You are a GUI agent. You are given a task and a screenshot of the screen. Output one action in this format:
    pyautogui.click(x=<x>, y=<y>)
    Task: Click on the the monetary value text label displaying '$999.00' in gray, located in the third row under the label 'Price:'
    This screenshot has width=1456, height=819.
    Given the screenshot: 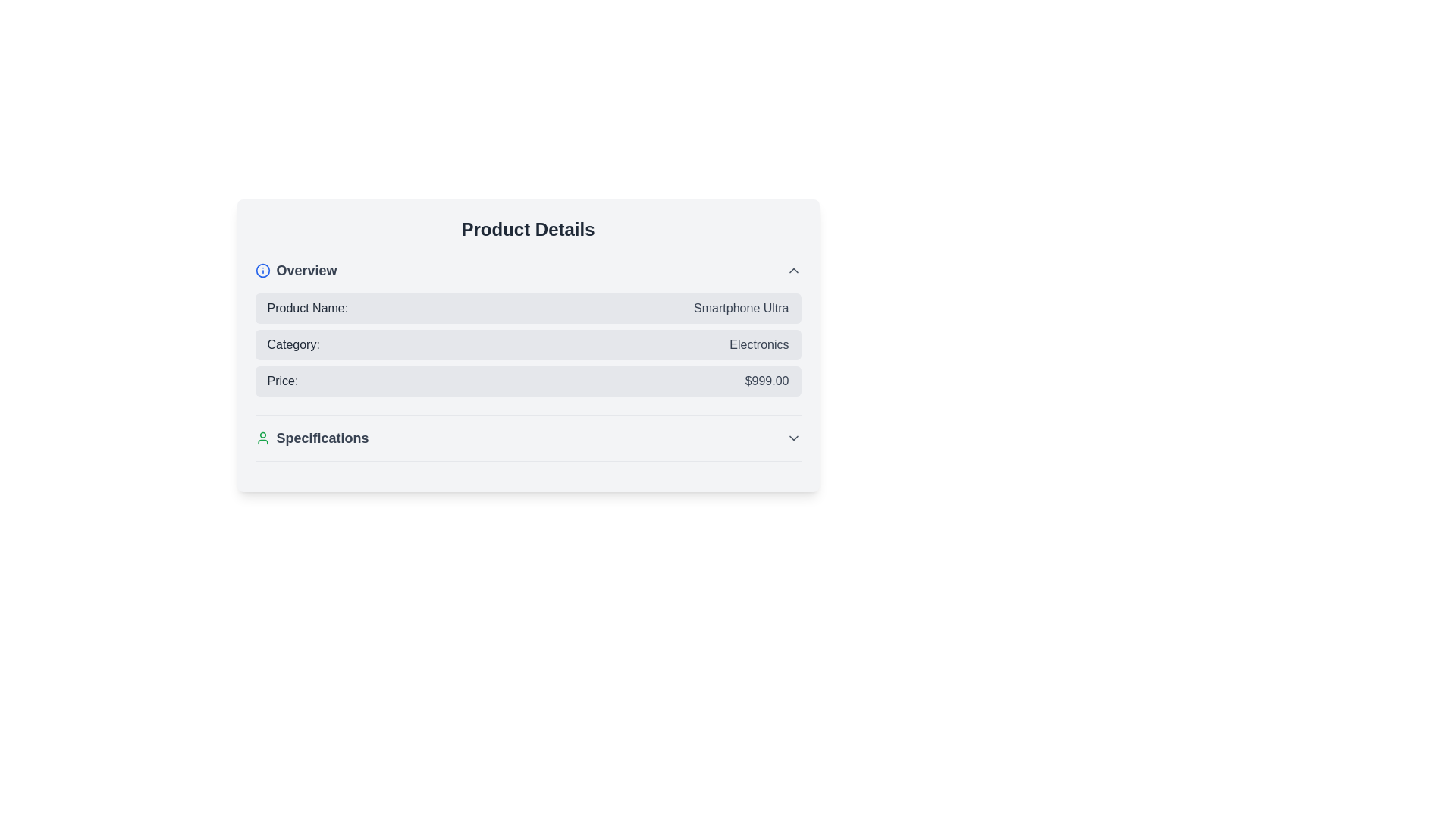 What is the action you would take?
    pyautogui.click(x=767, y=380)
    